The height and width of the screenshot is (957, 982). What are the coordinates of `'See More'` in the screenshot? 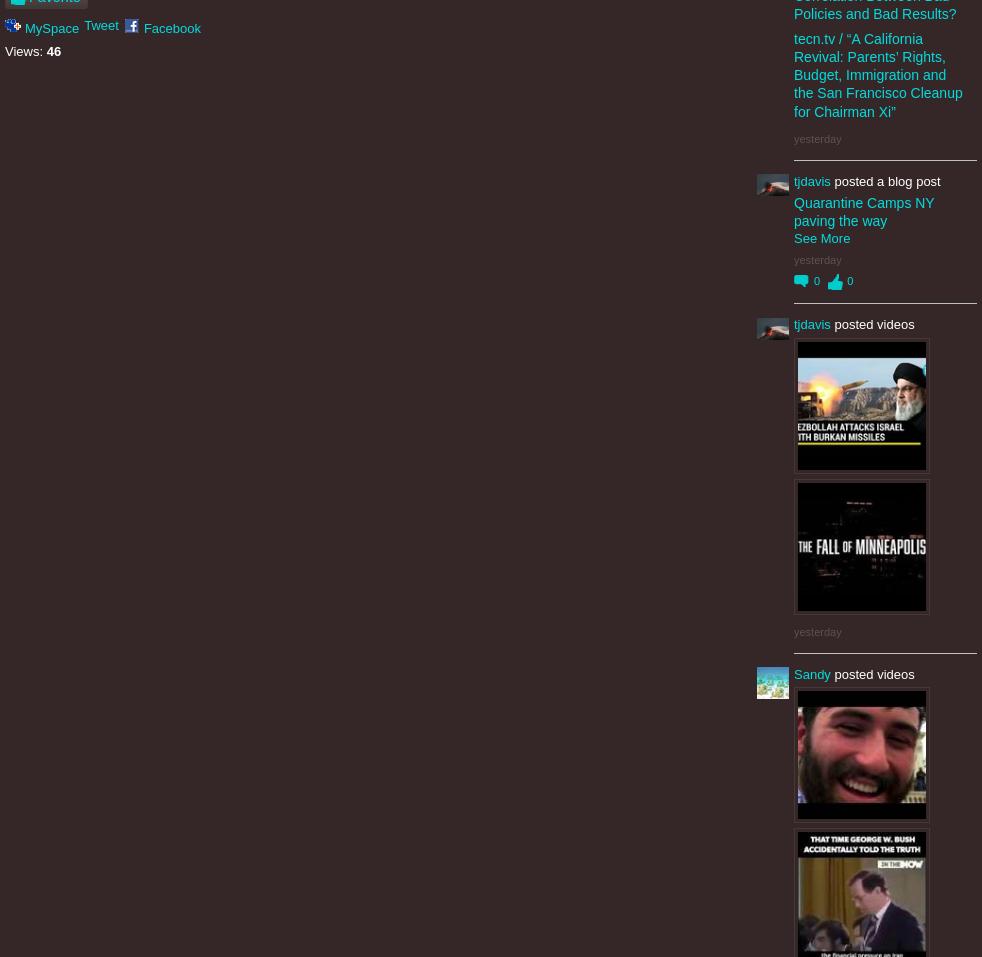 It's located at (822, 236).